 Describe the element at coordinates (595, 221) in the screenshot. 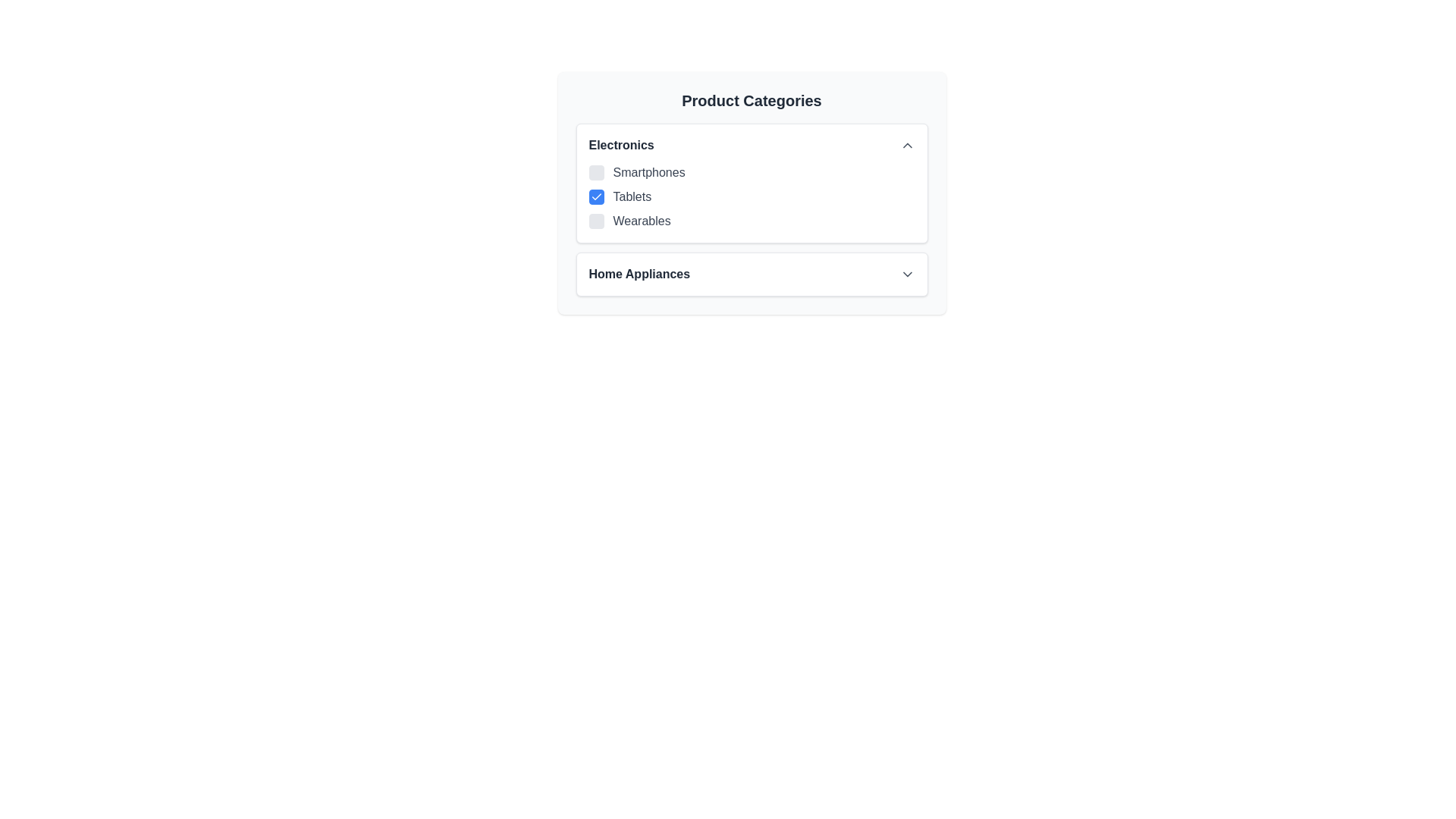

I see `the small square checkbox styled with a border and rounded corners, located to the left of the label 'Wearables', to trigger a tooltip or style change` at that location.